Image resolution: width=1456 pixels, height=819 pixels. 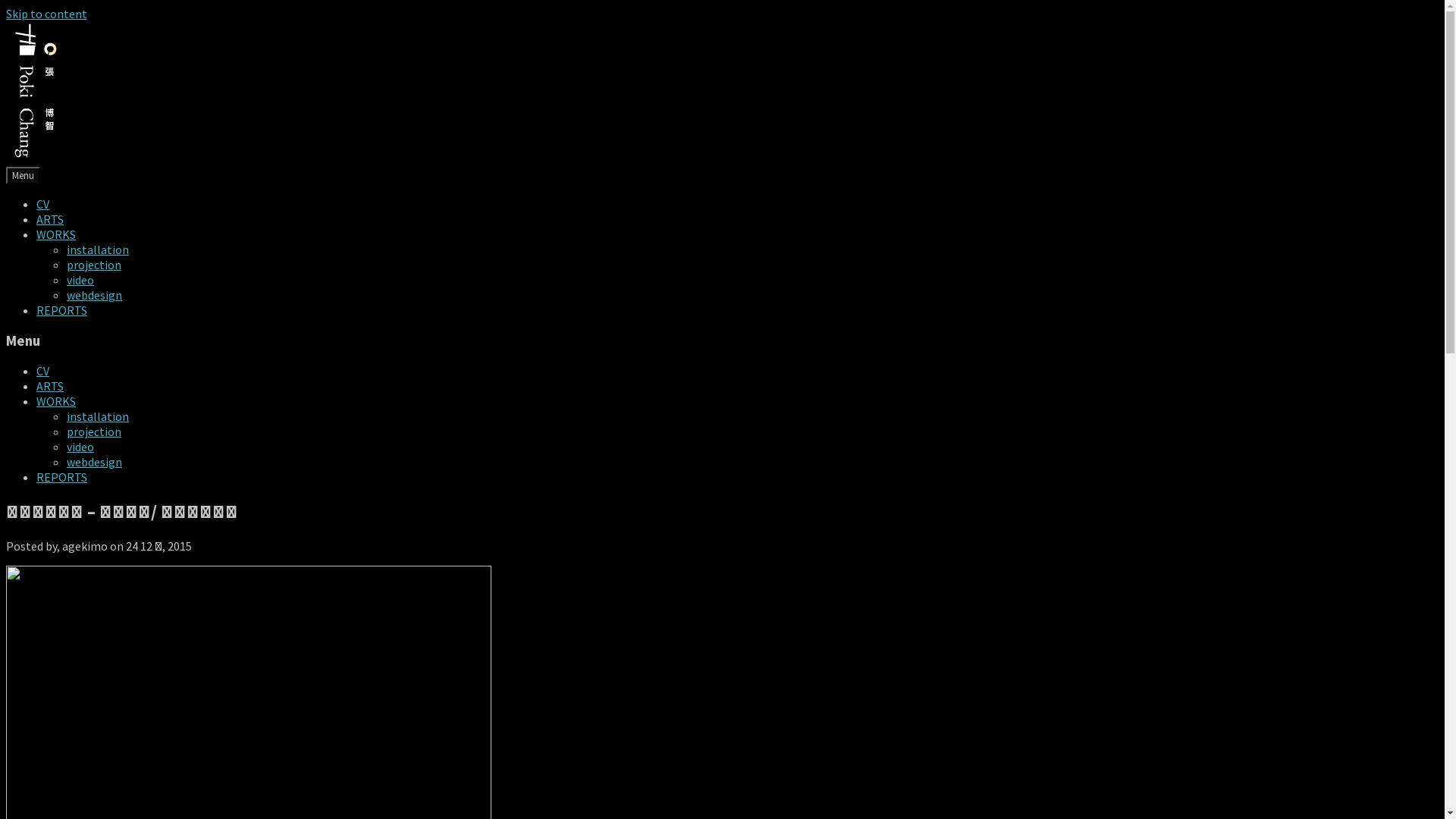 What do you see at coordinates (97, 248) in the screenshot?
I see `'installation'` at bounding box center [97, 248].